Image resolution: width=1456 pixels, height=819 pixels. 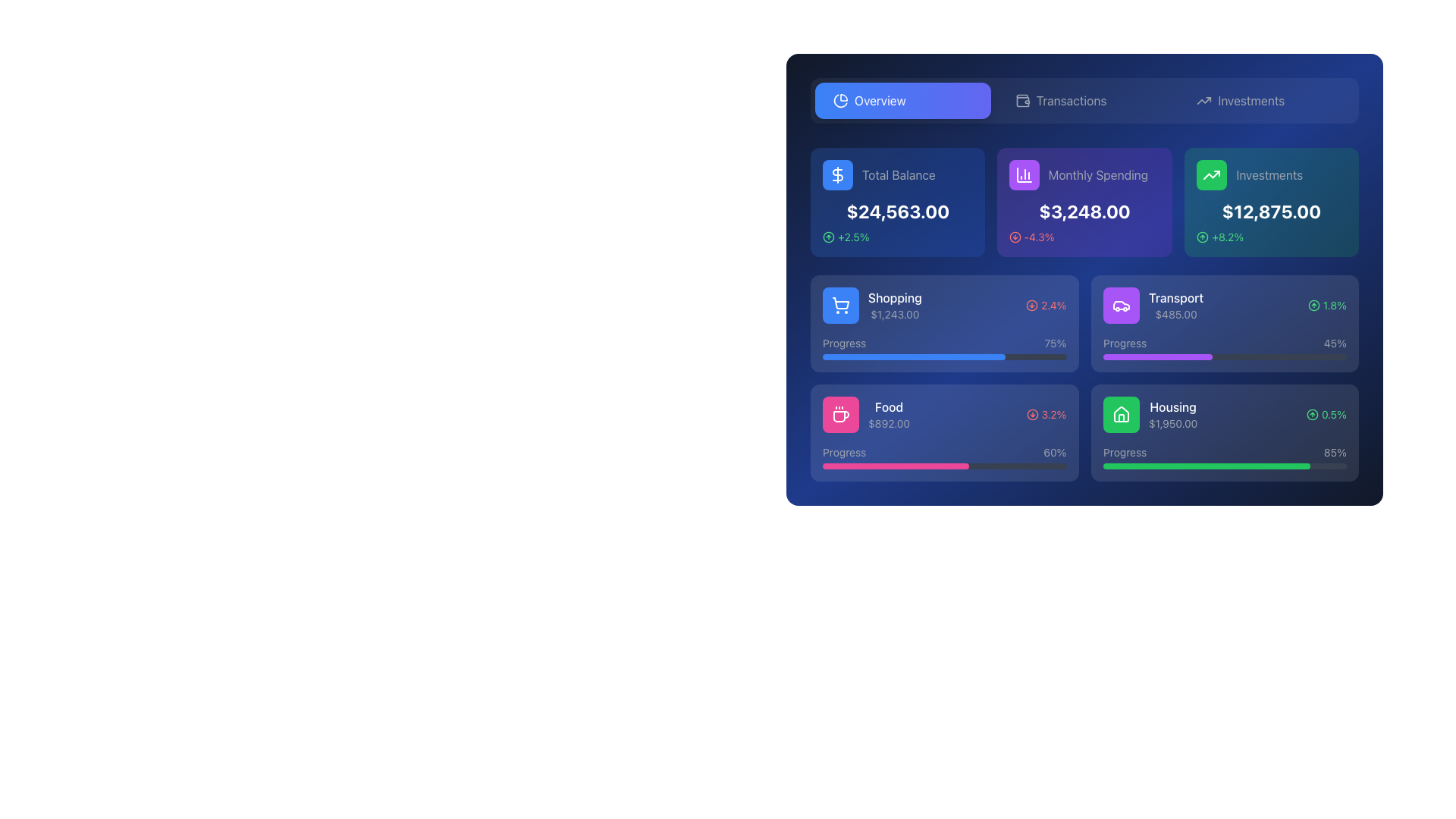 What do you see at coordinates (913, 356) in the screenshot?
I see `the 'Shopping' progress bar segment which visually indicates 75% completion, located within the second widget on the first row of tiles` at bounding box center [913, 356].